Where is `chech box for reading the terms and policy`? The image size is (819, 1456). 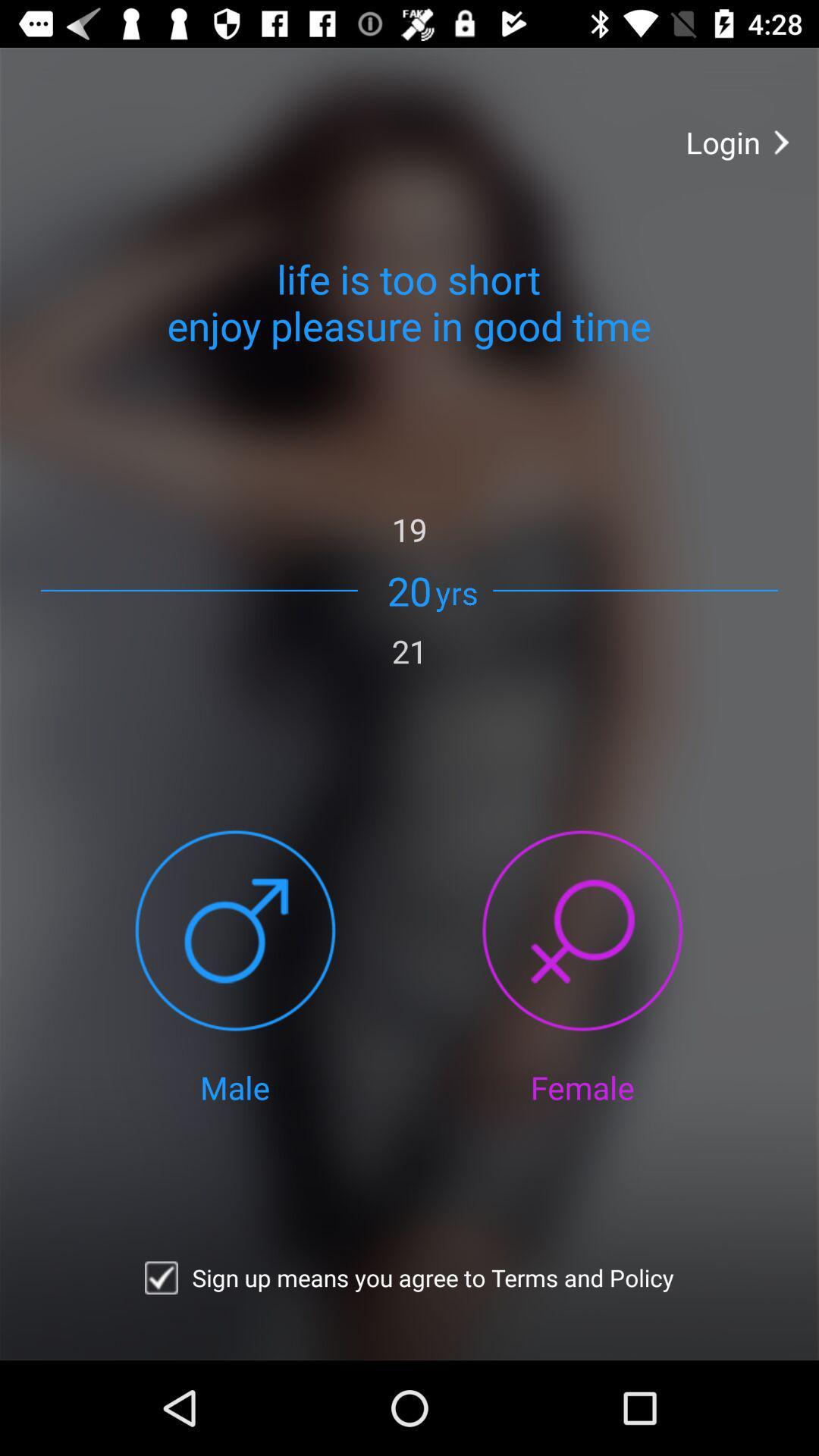
chech box for reading the terms and policy is located at coordinates (161, 1277).